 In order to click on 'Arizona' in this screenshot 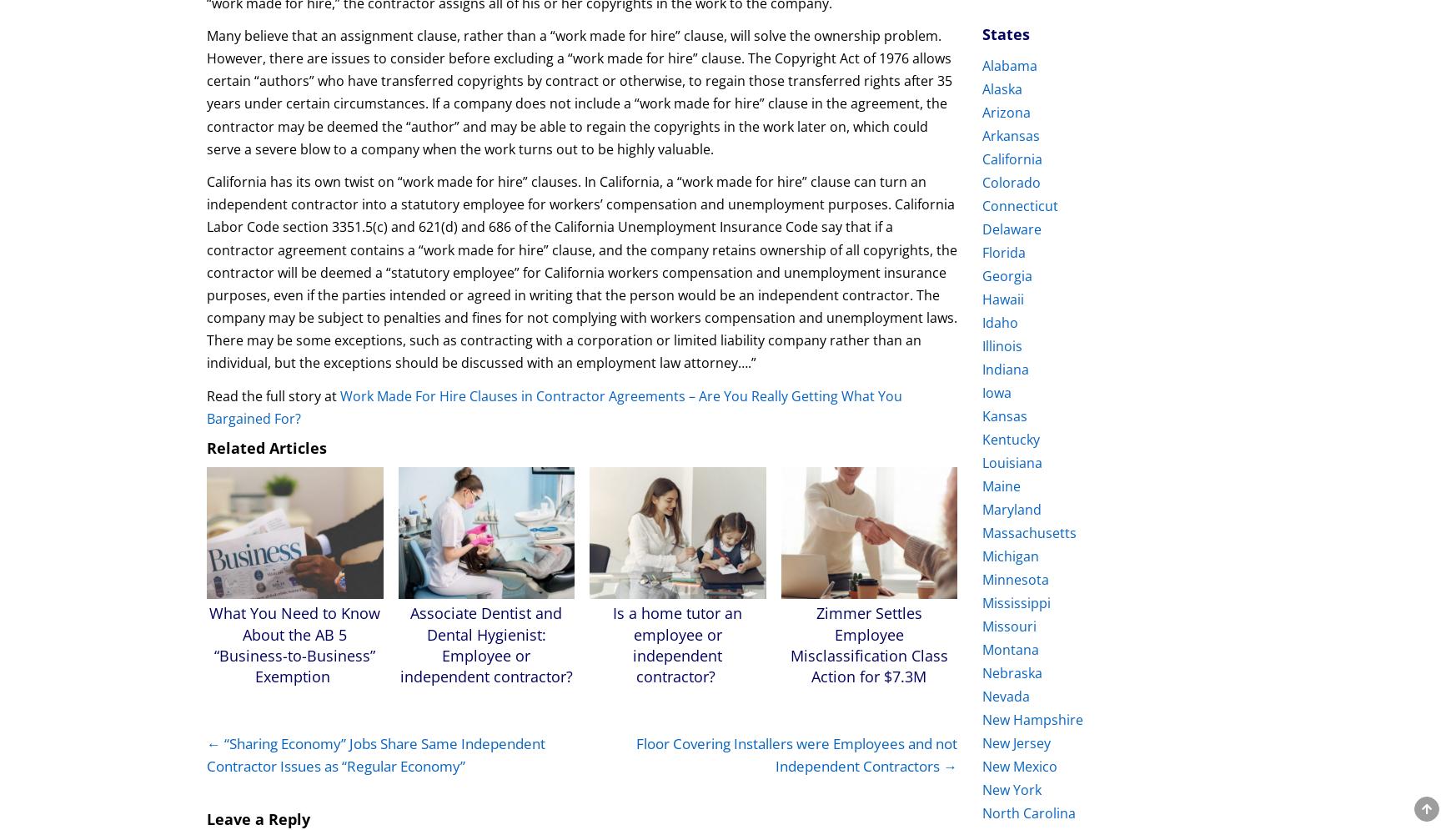, I will do `click(982, 112)`.